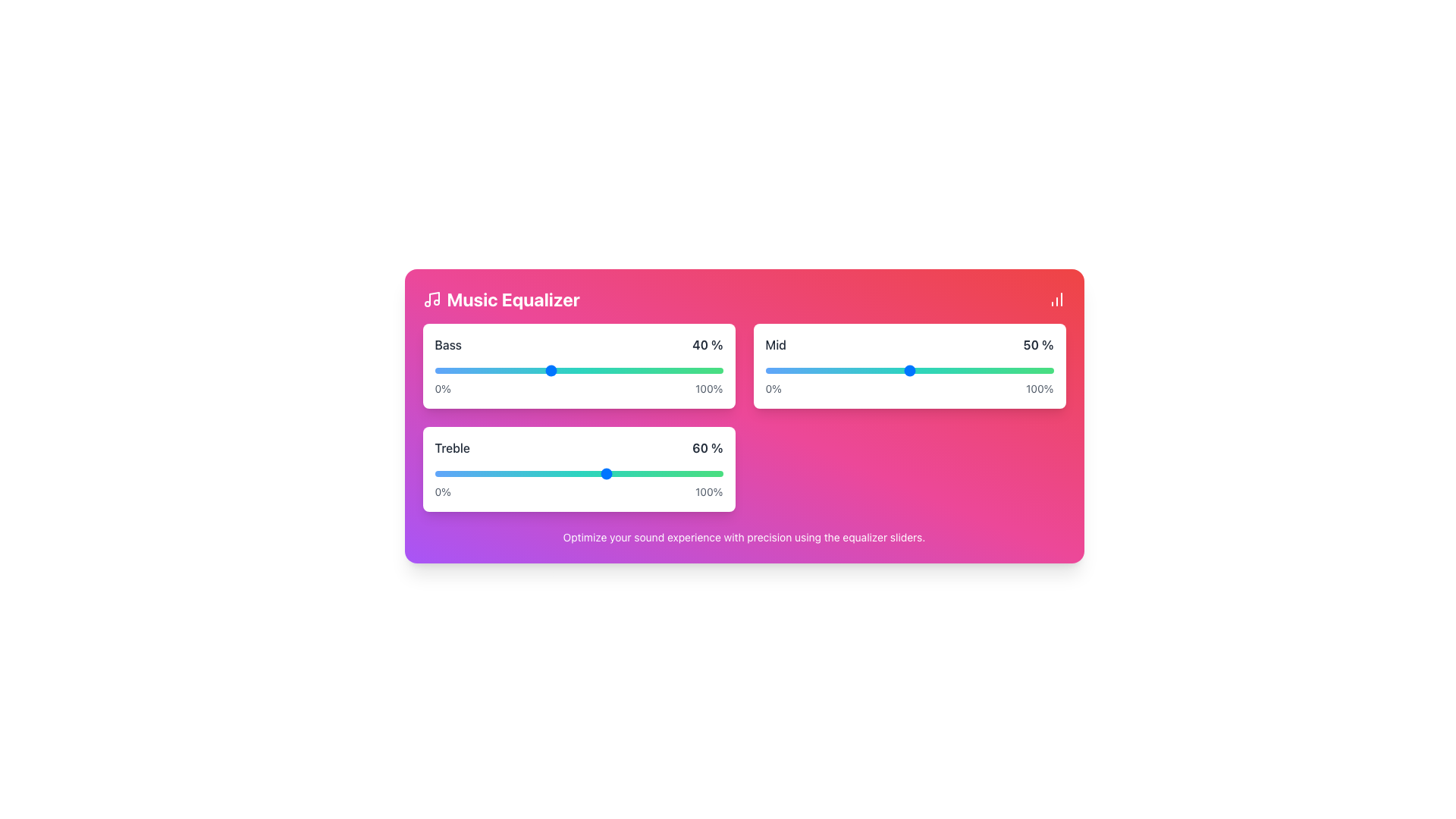 The image size is (1456, 819). What do you see at coordinates (1025, 371) in the screenshot?
I see `the mid-level equalizer` at bounding box center [1025, 371].